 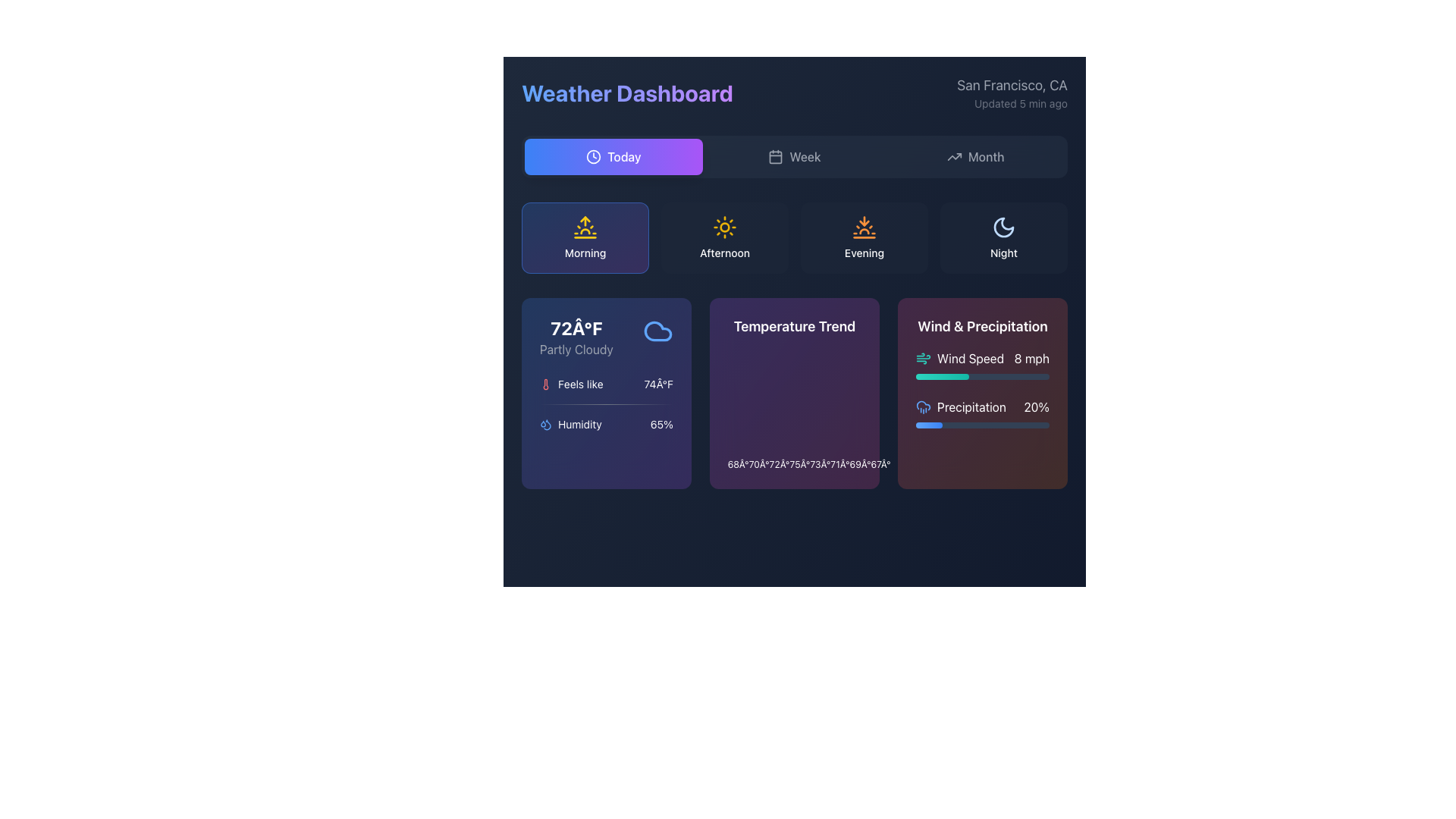 What do you see at coordinates (585, 227) in the screenshot?
I see `the yellow sunrise icon located in the top-left 'Morning' card of the interface` at bounding box center [585, 227].